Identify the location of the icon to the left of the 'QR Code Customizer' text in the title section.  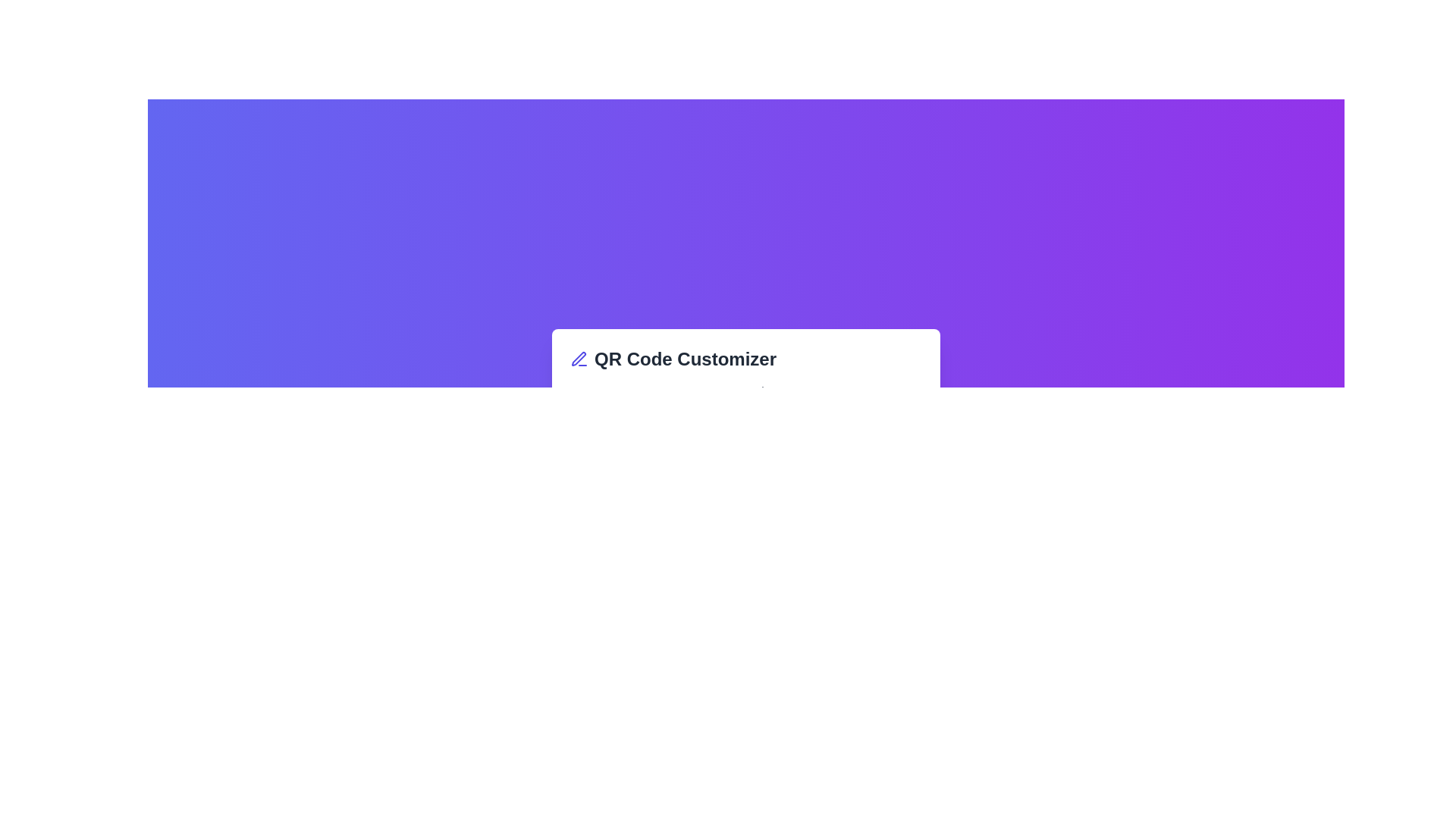
(578, 359).